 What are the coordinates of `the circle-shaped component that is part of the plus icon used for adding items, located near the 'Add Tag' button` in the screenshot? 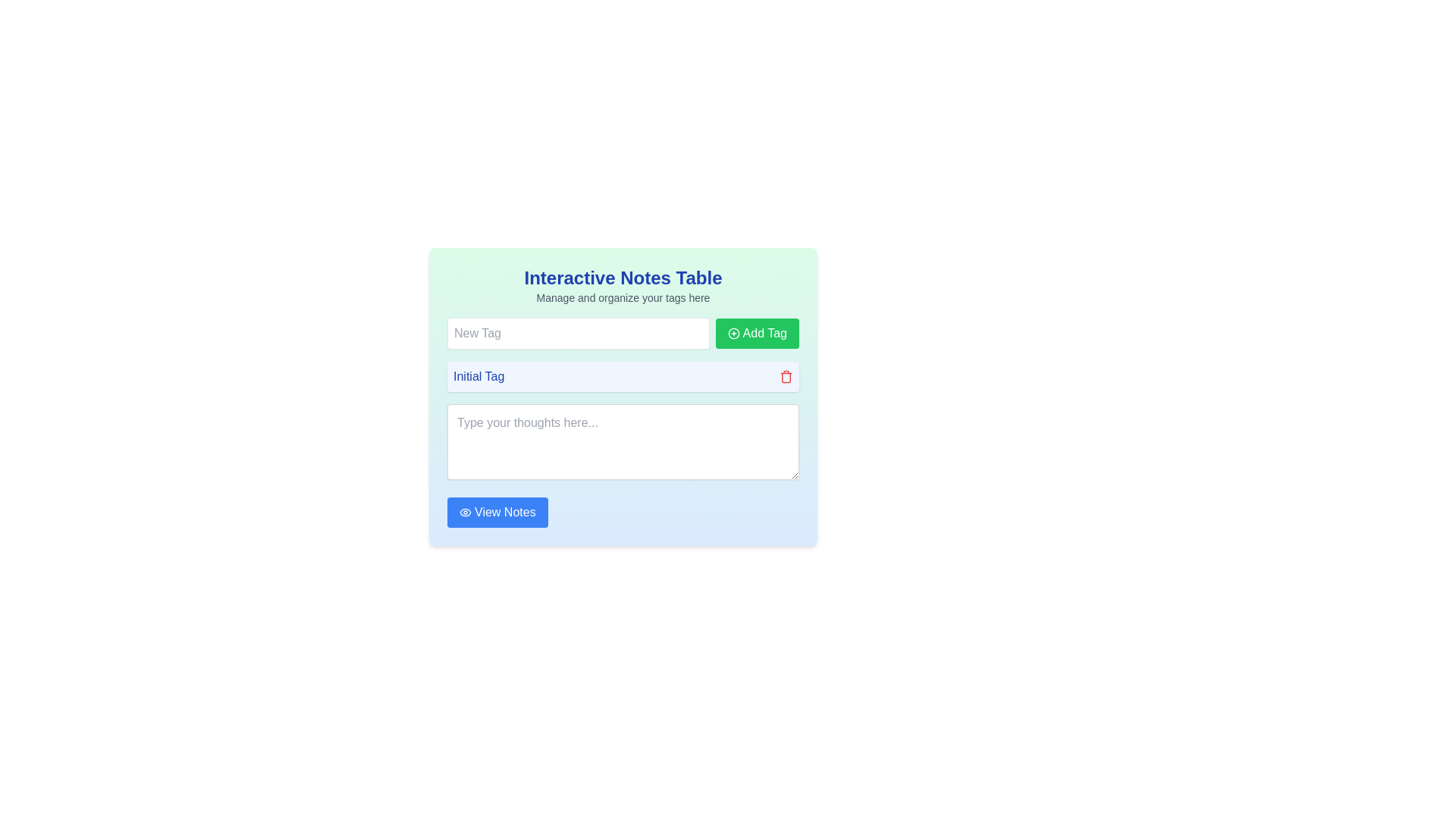 It's located at (733, 332).